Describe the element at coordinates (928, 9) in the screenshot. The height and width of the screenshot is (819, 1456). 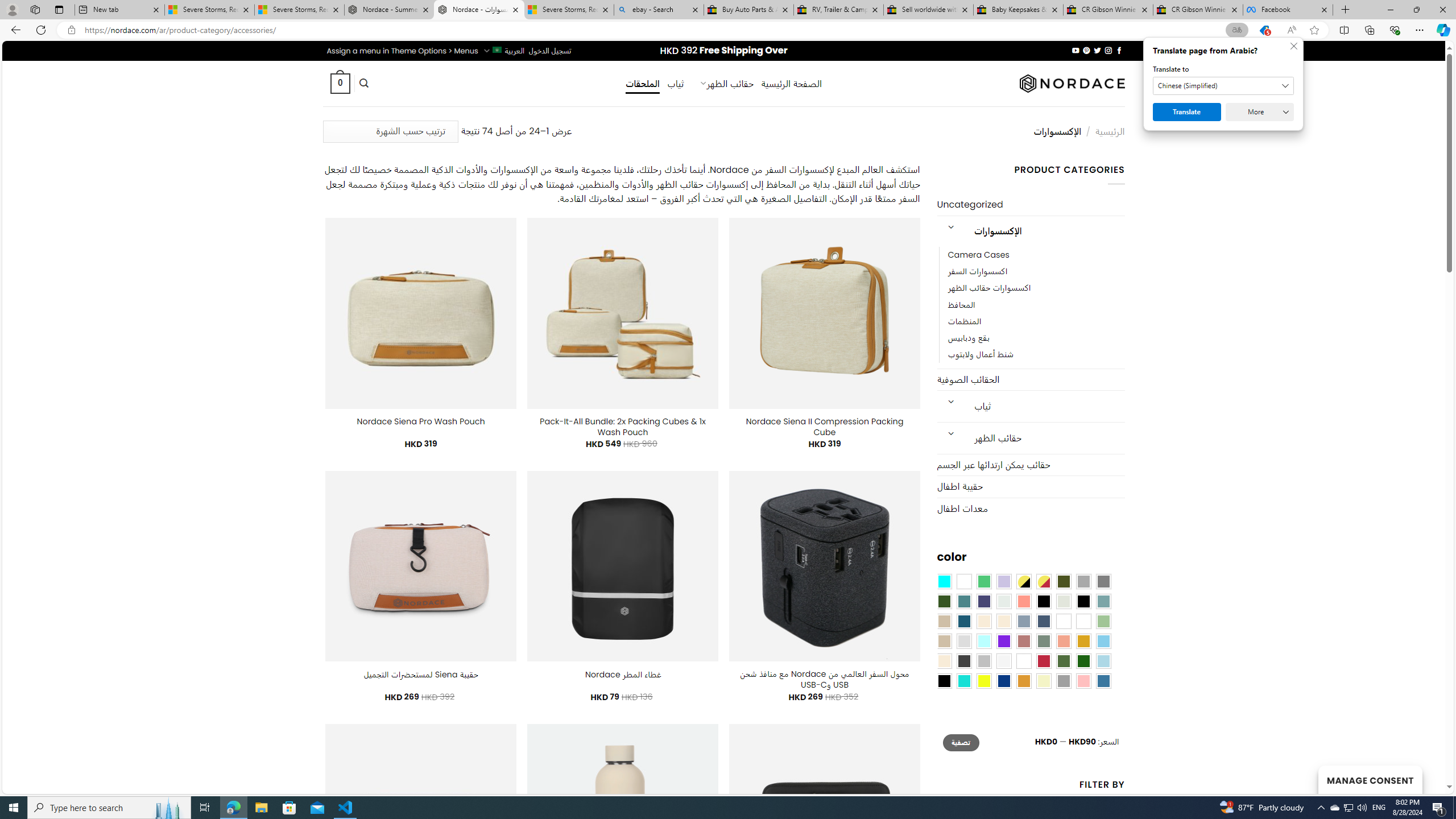
I see `'Sell worldwide with eBay'` at that location.